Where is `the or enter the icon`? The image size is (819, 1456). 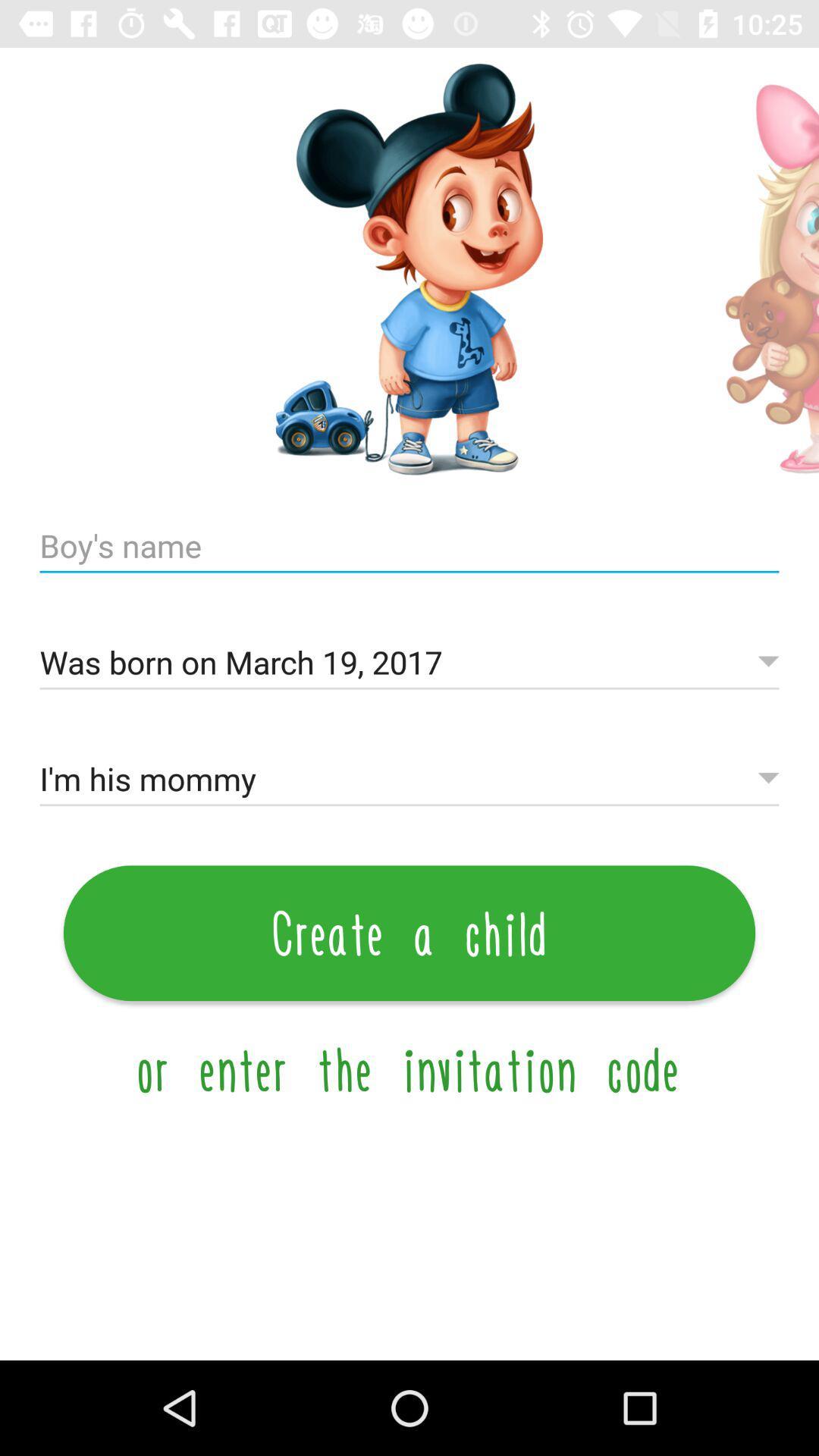 the or enter the icon is located at coordinates (409, 1068).